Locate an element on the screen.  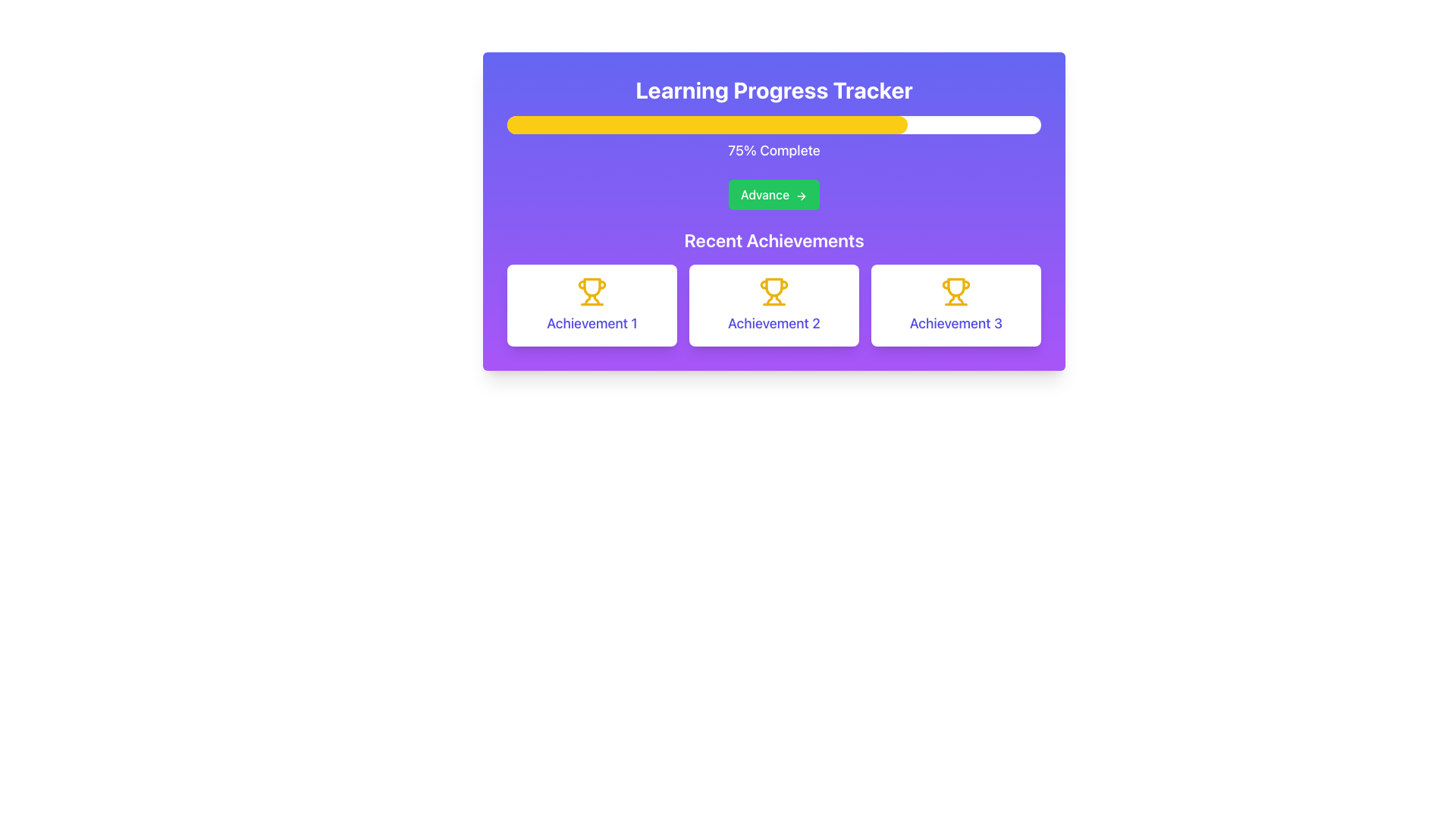
the trophy icon in the 'Recent Achievements' section of the third card labeled 'Achievement 3', which features a golden yellow outline and is centrally aligned above its text label is located at coordinates (951, 300).